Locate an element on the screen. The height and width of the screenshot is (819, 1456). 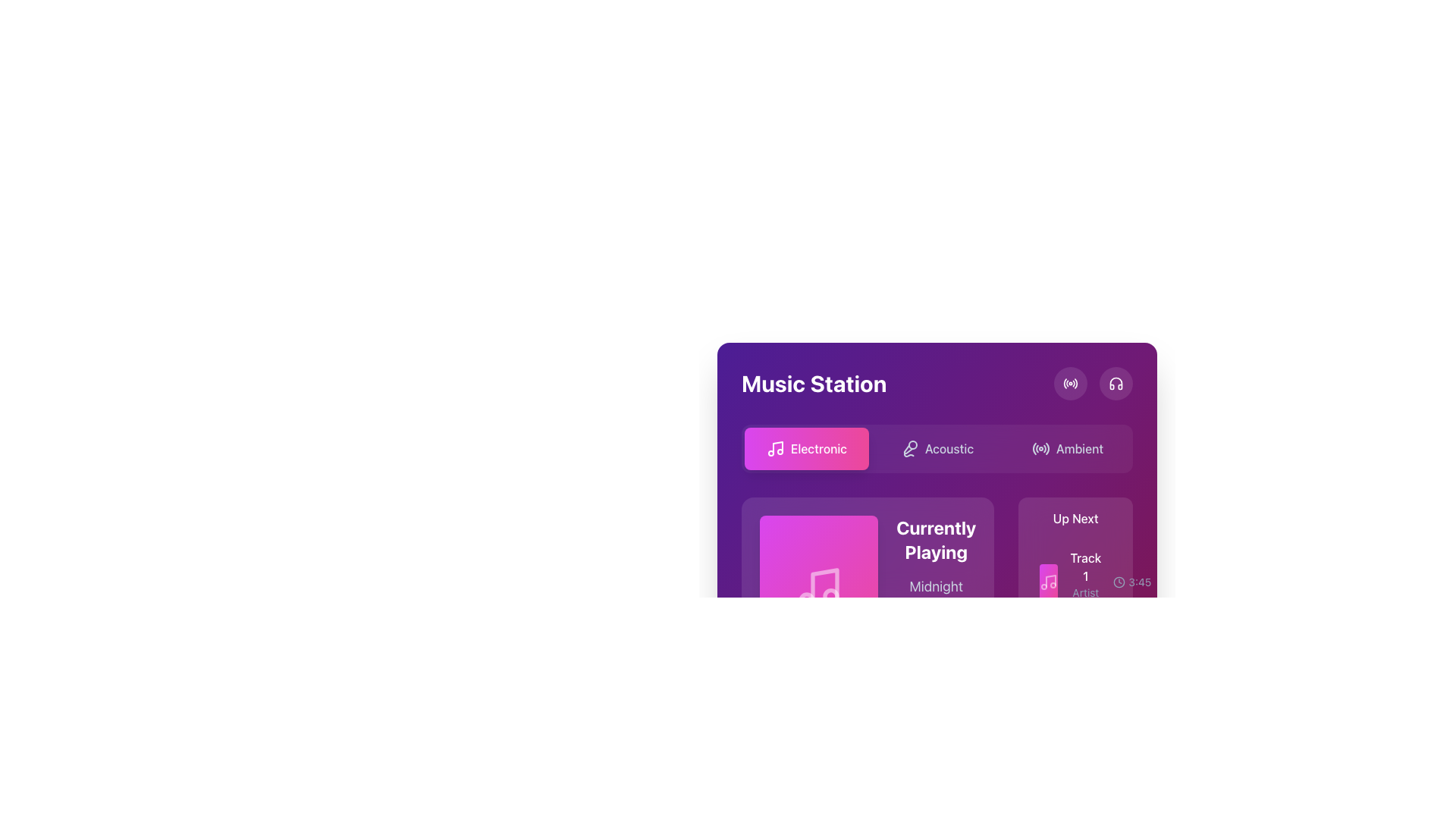
the live broadcast button located in the top-right corner of the user interface is located at coordinates (1069, 382).